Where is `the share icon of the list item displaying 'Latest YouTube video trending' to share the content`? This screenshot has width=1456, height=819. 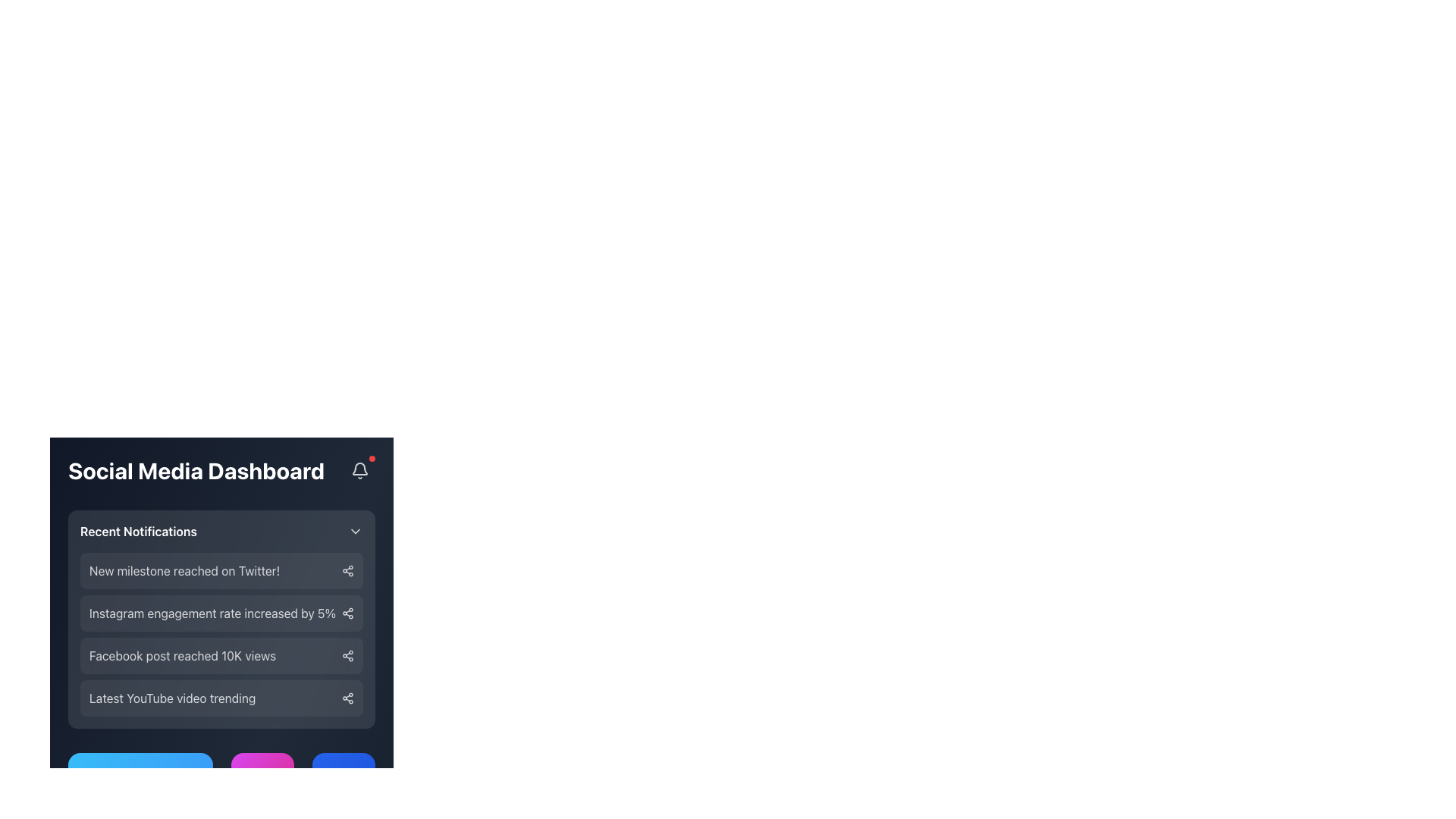 the share icon of the list item displaying 'Latest YouTube video trending' to share the content is located at coordinates (221, 698).